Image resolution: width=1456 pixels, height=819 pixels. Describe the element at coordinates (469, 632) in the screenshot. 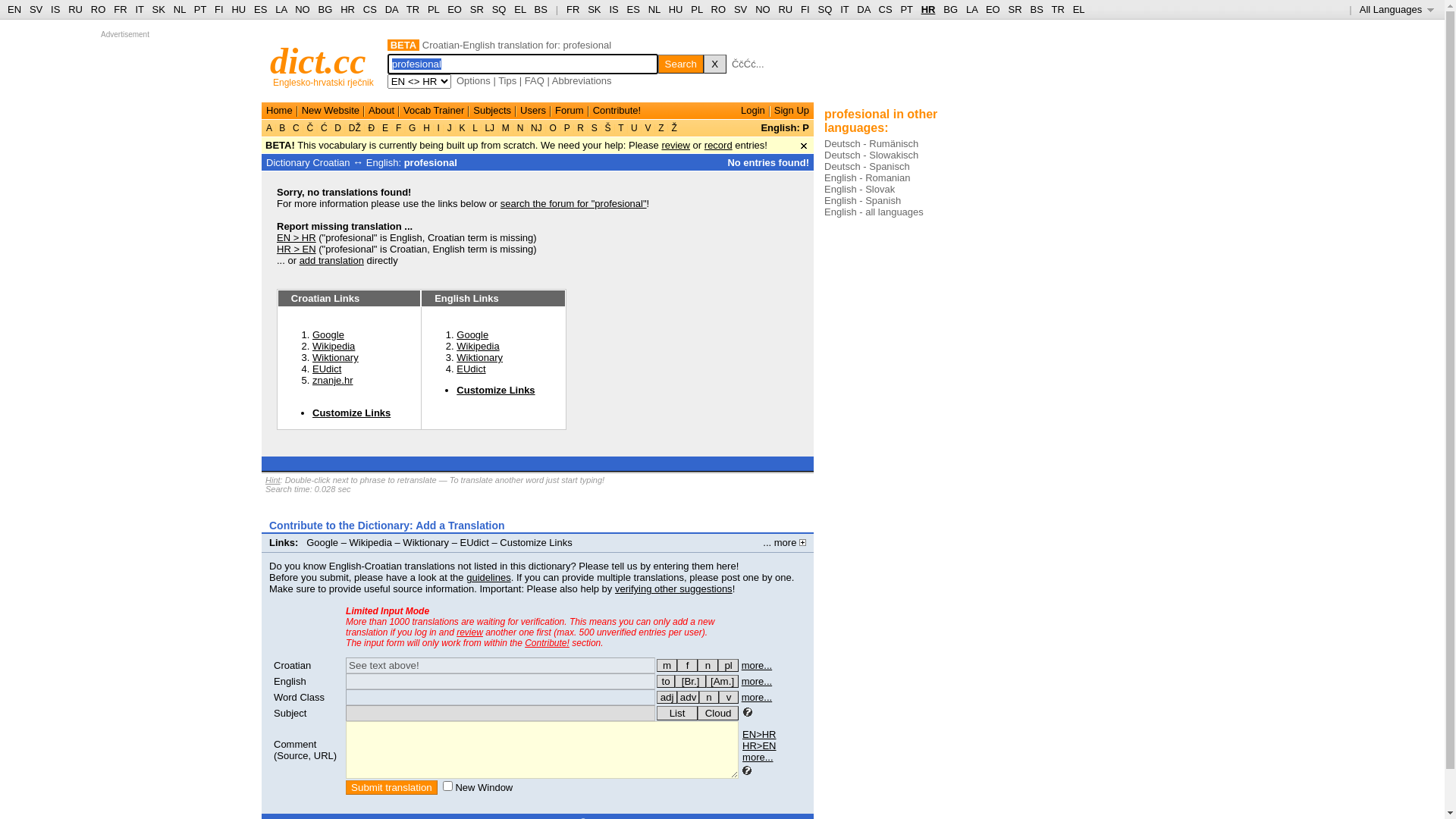

I see `'review'` at that location.